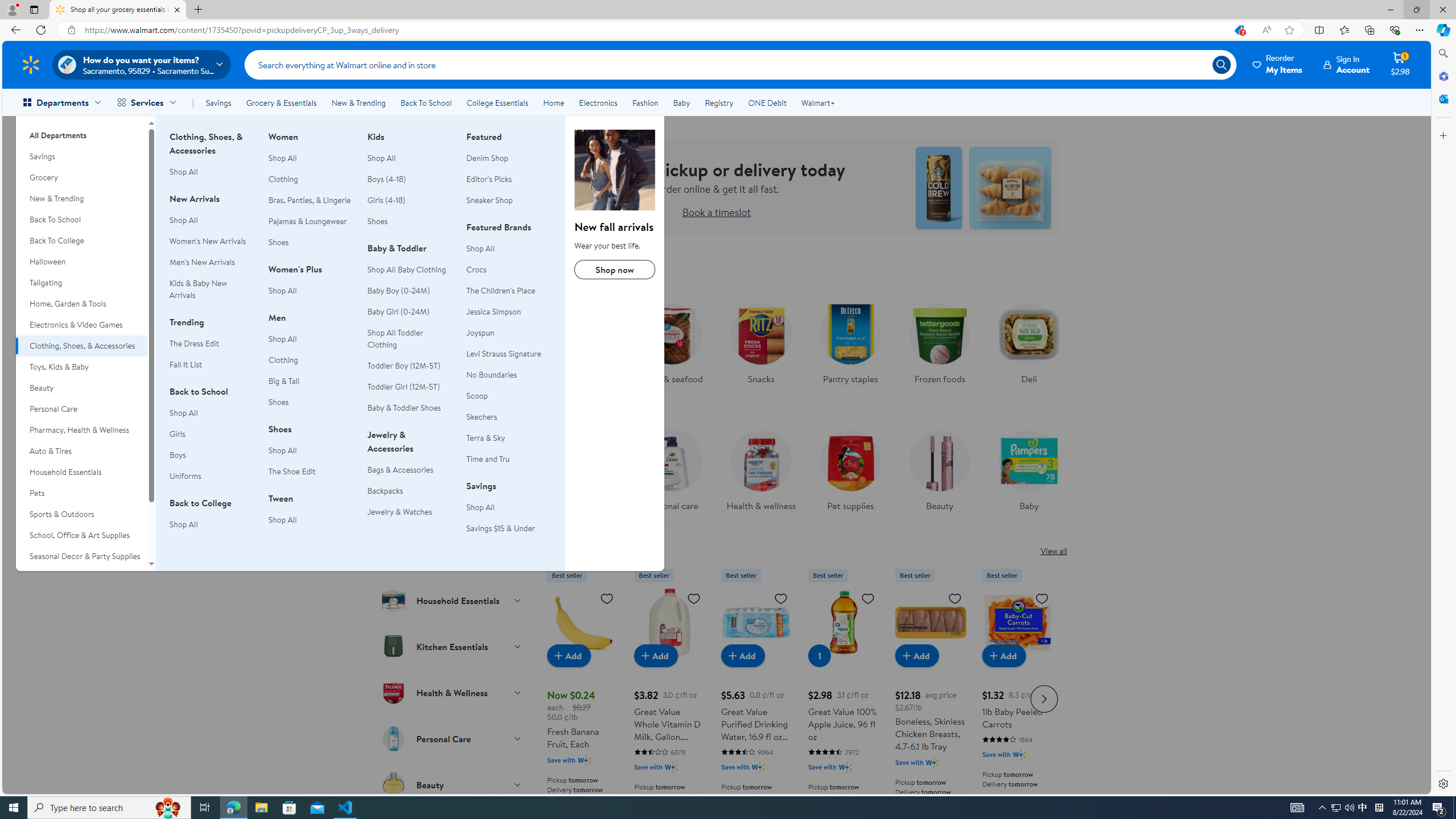 This screenshot has width=1456, height=819. I want to click on 'Boneless, Skinless Chicken Breasts, 4.7-6.1 lb Tray', so click(930, 697).